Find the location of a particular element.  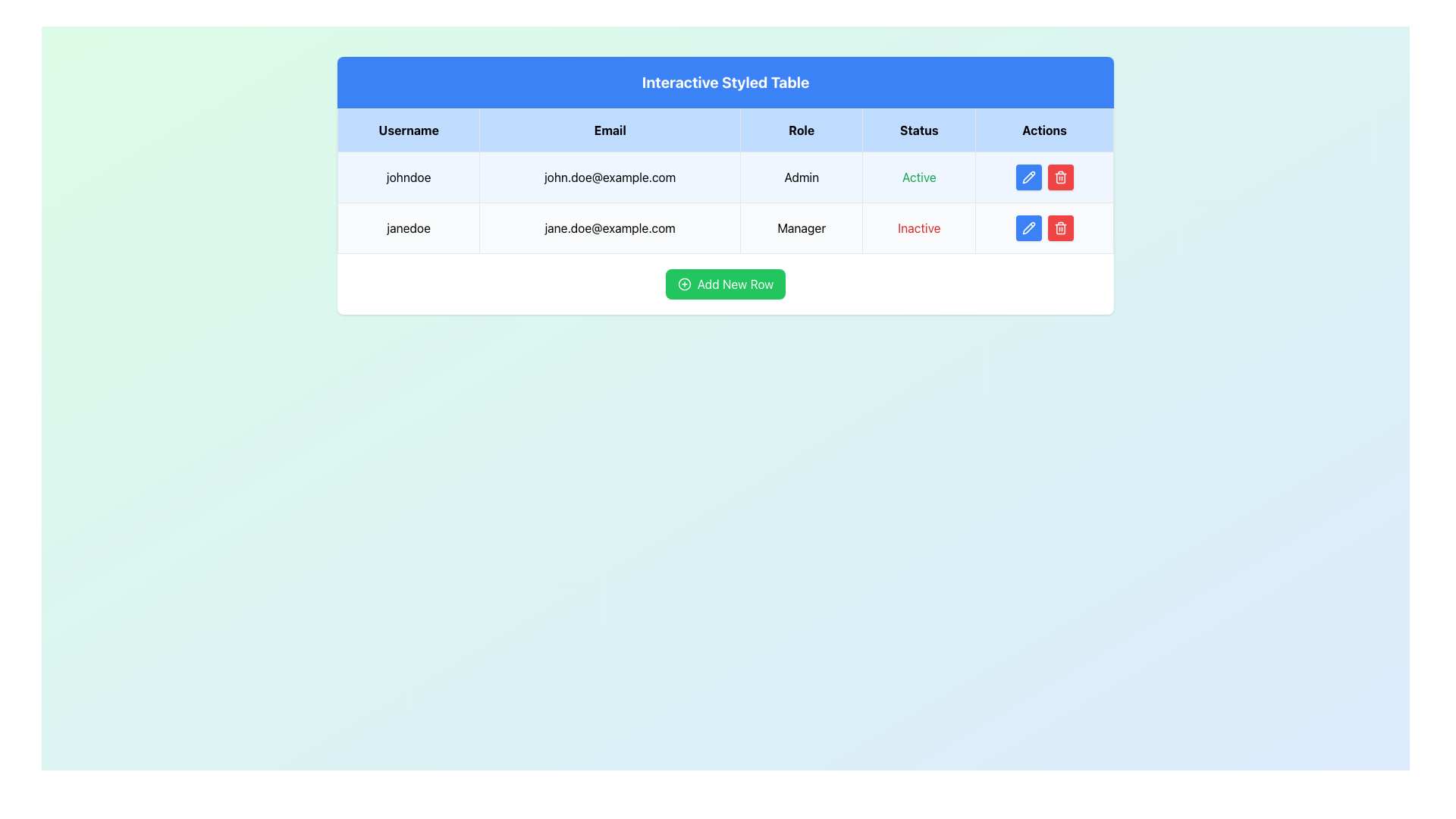

the 'Role' column header text label, which is the third header in a row of five within the table layout is located at coordinates (801, 130).